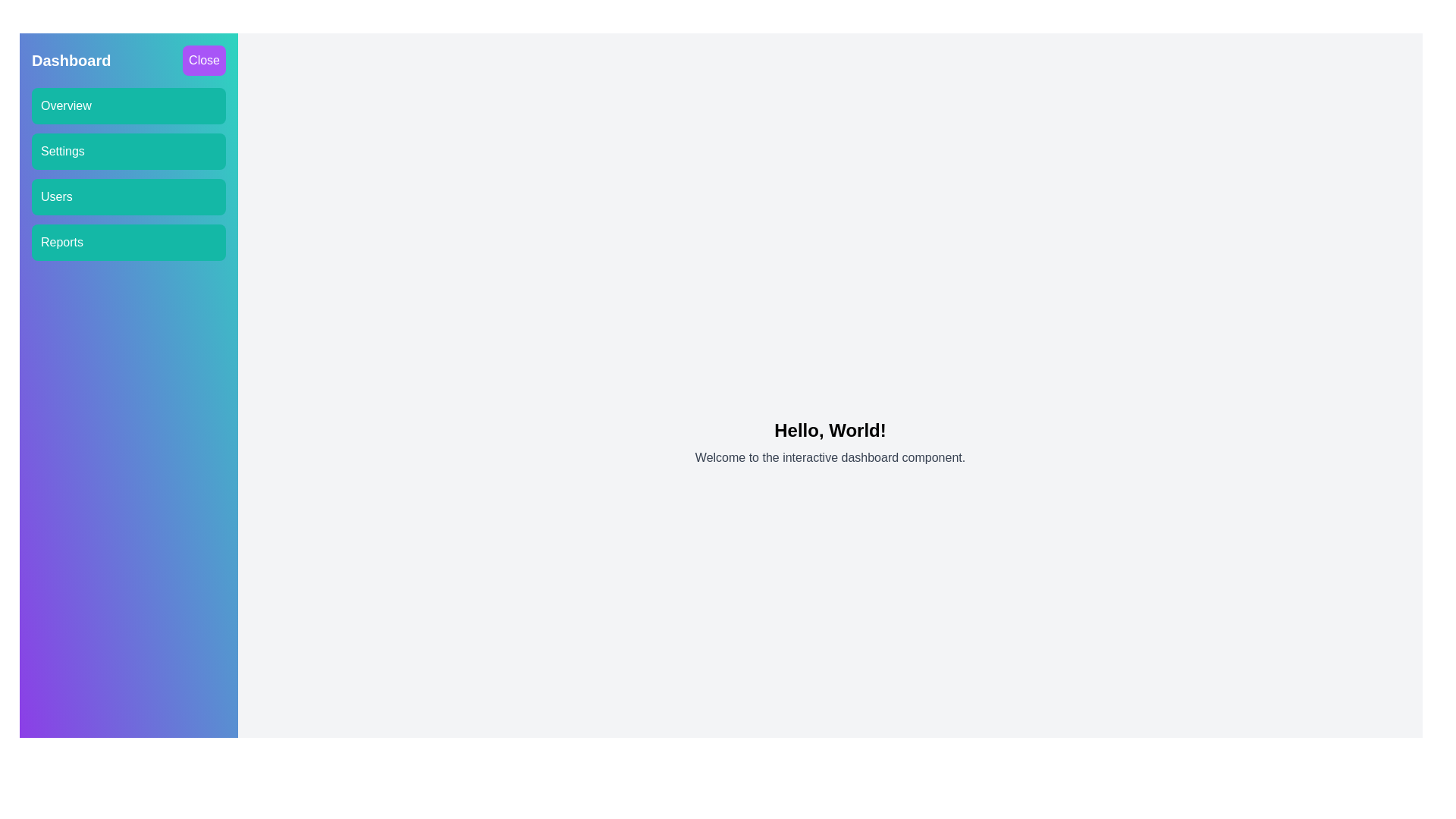  I want to click on the text 'Hello, World!' displayed in the main content area, so click(829, 430).